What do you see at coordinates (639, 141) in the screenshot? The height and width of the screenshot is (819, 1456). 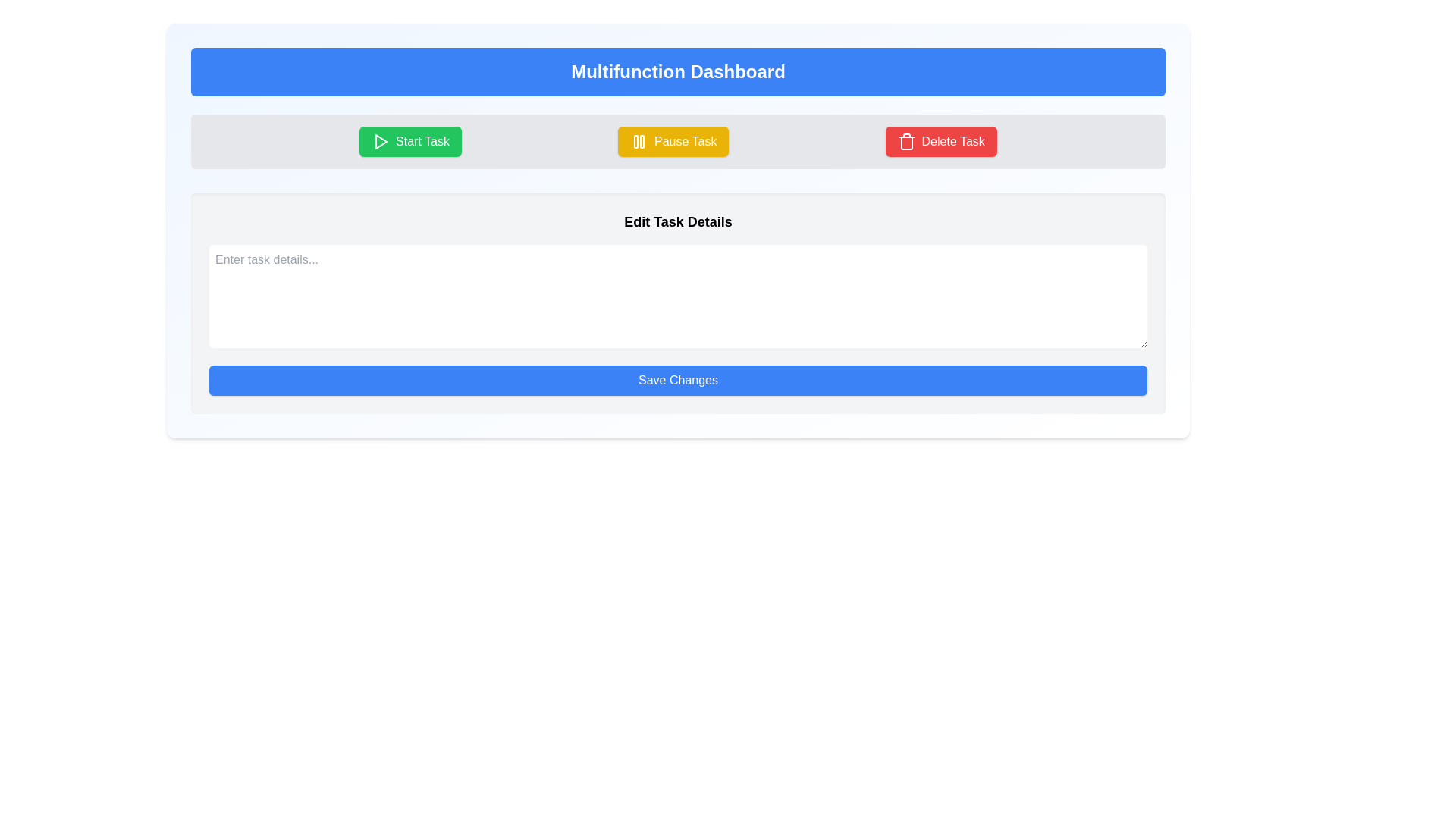 I see `the 'Pause Task' icon, which visually represents the pause functionality and is centrally located within the 'Pause Task' button` at bounding box center [639, 141].